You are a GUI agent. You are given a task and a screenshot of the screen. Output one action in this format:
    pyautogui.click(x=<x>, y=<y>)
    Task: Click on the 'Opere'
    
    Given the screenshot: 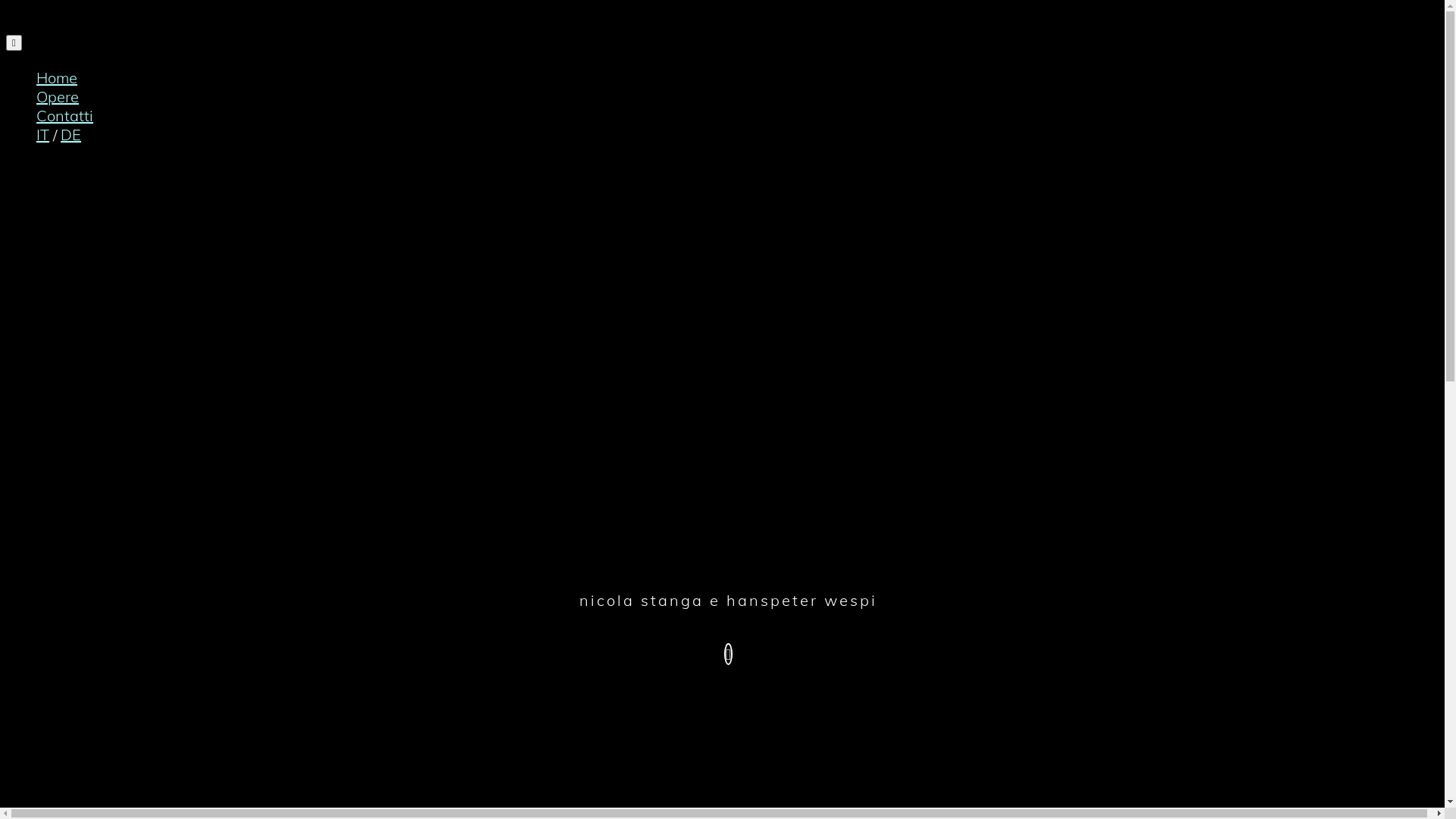 What is the action you would take?
    pyautogui.click(x=36, y=96)
    